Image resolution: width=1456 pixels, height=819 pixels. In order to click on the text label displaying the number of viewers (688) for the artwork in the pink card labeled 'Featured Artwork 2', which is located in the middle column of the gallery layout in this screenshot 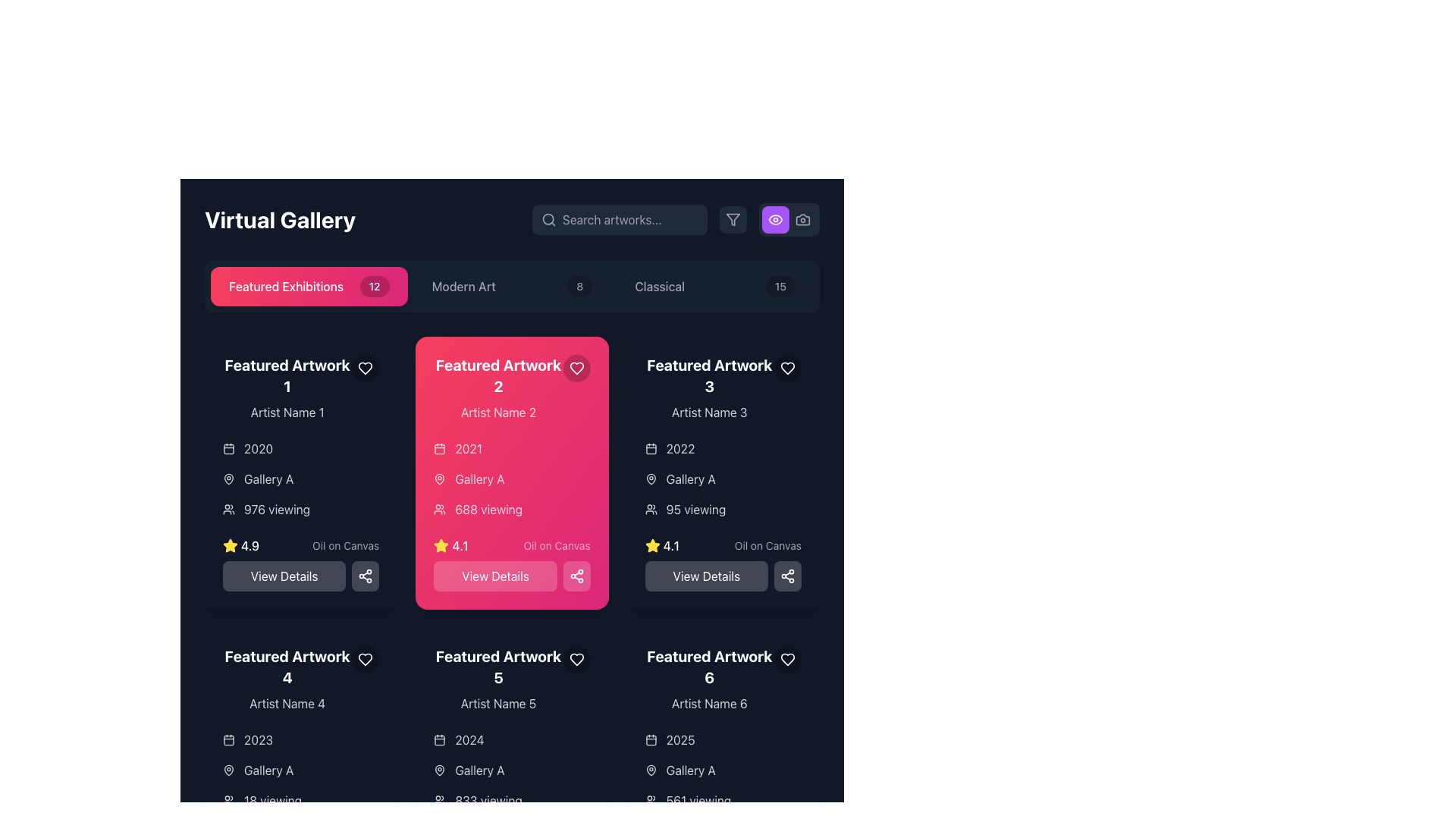, I will do `click(488, 509)`.